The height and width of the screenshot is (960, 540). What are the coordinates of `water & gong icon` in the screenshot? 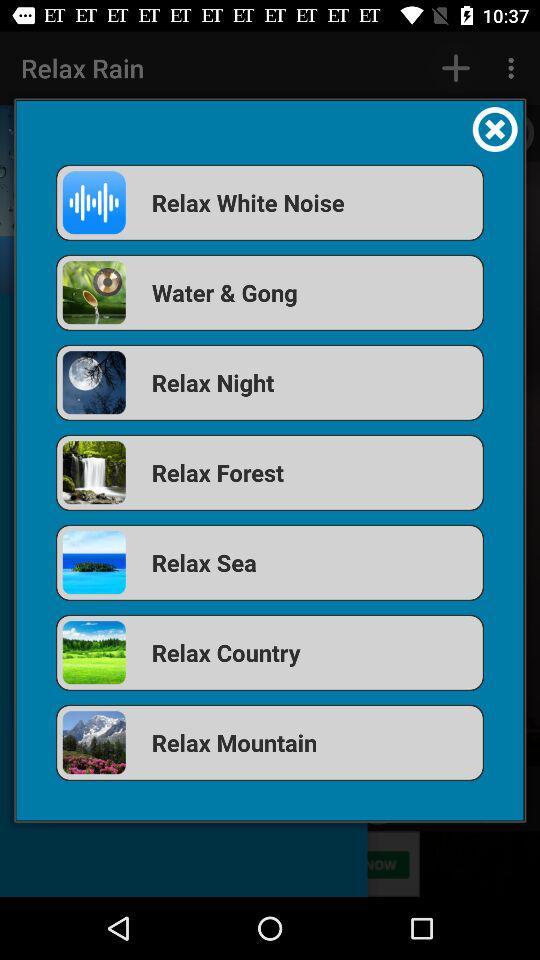 It's located at (270, 291).